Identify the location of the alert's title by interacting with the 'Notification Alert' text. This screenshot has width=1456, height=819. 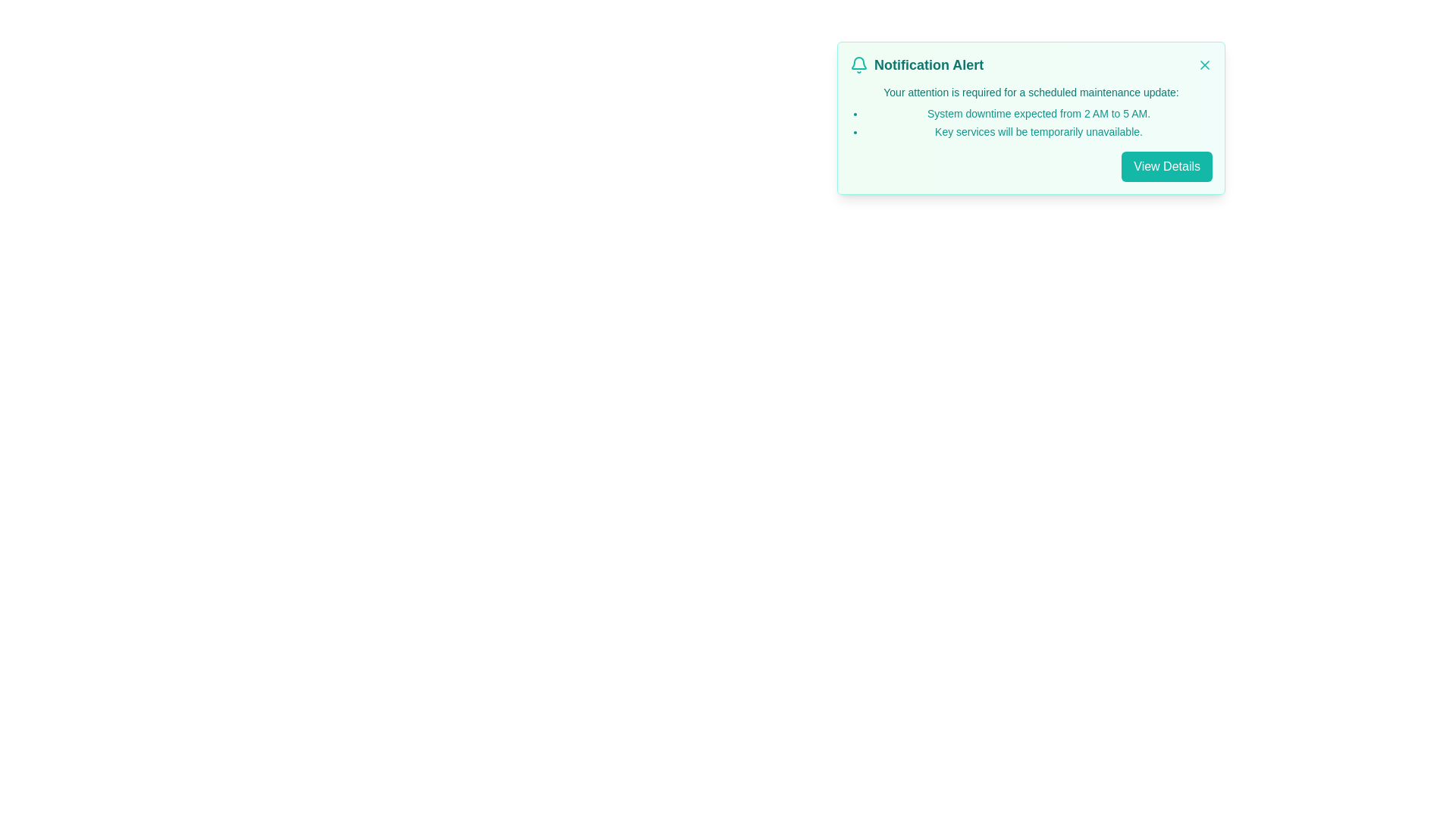
(927, 64).